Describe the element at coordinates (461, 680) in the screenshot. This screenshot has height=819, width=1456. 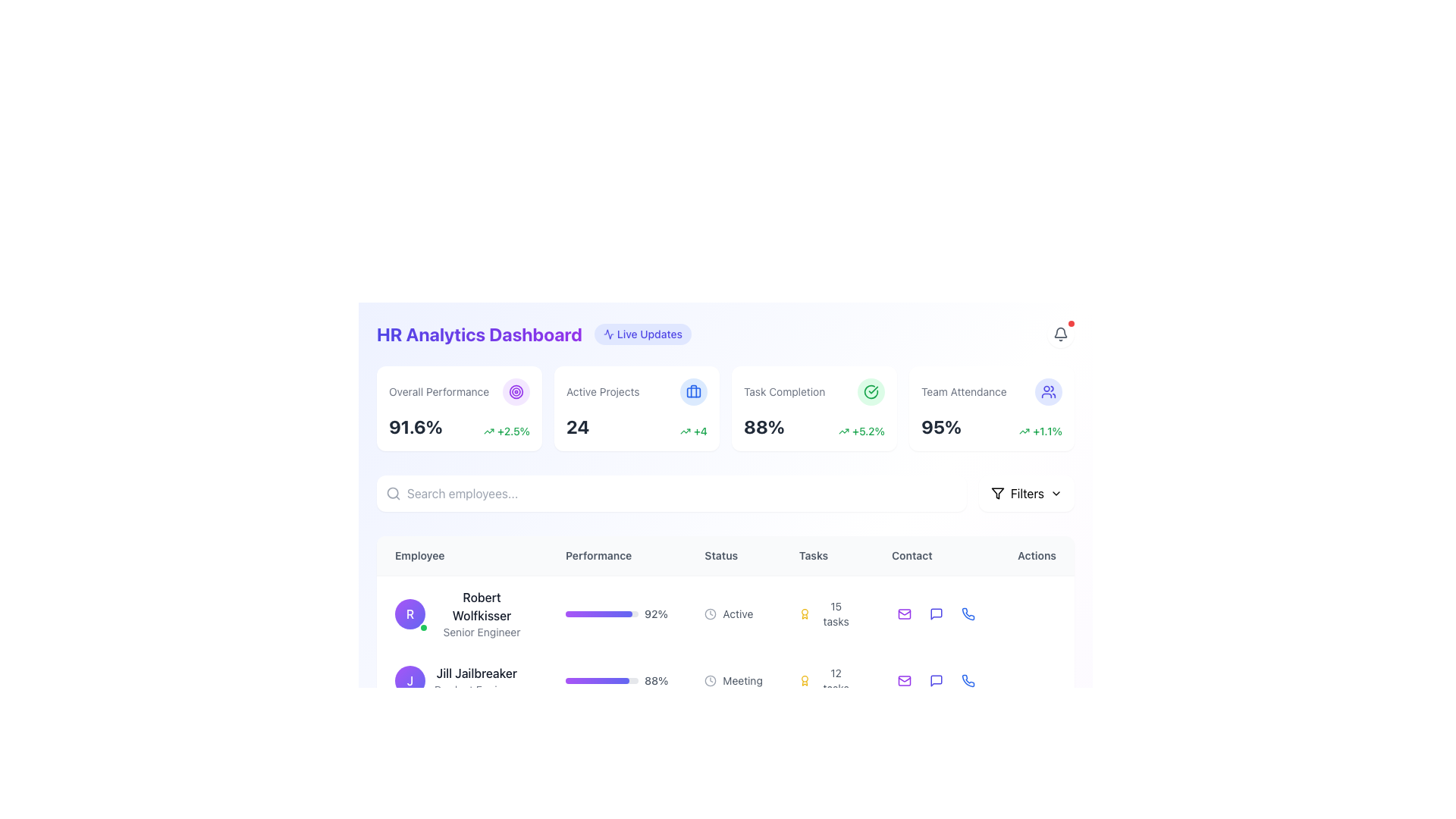
I see `employee identifier element in the second row of the employee list, which displays the employee's name, profile icon, and job title, for additional details` at that location.